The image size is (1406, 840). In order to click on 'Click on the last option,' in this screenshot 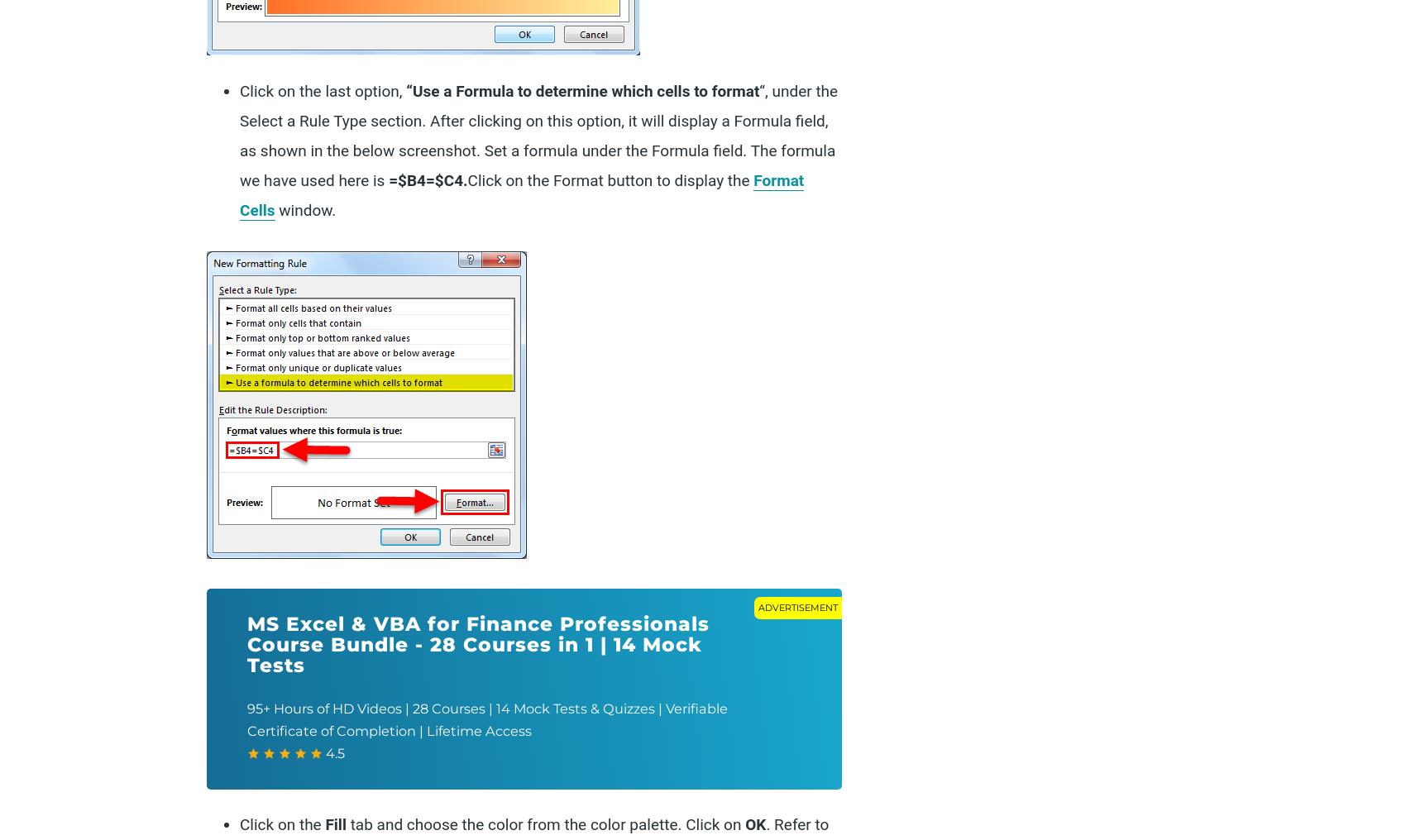, I will do `click(240, 90)`.